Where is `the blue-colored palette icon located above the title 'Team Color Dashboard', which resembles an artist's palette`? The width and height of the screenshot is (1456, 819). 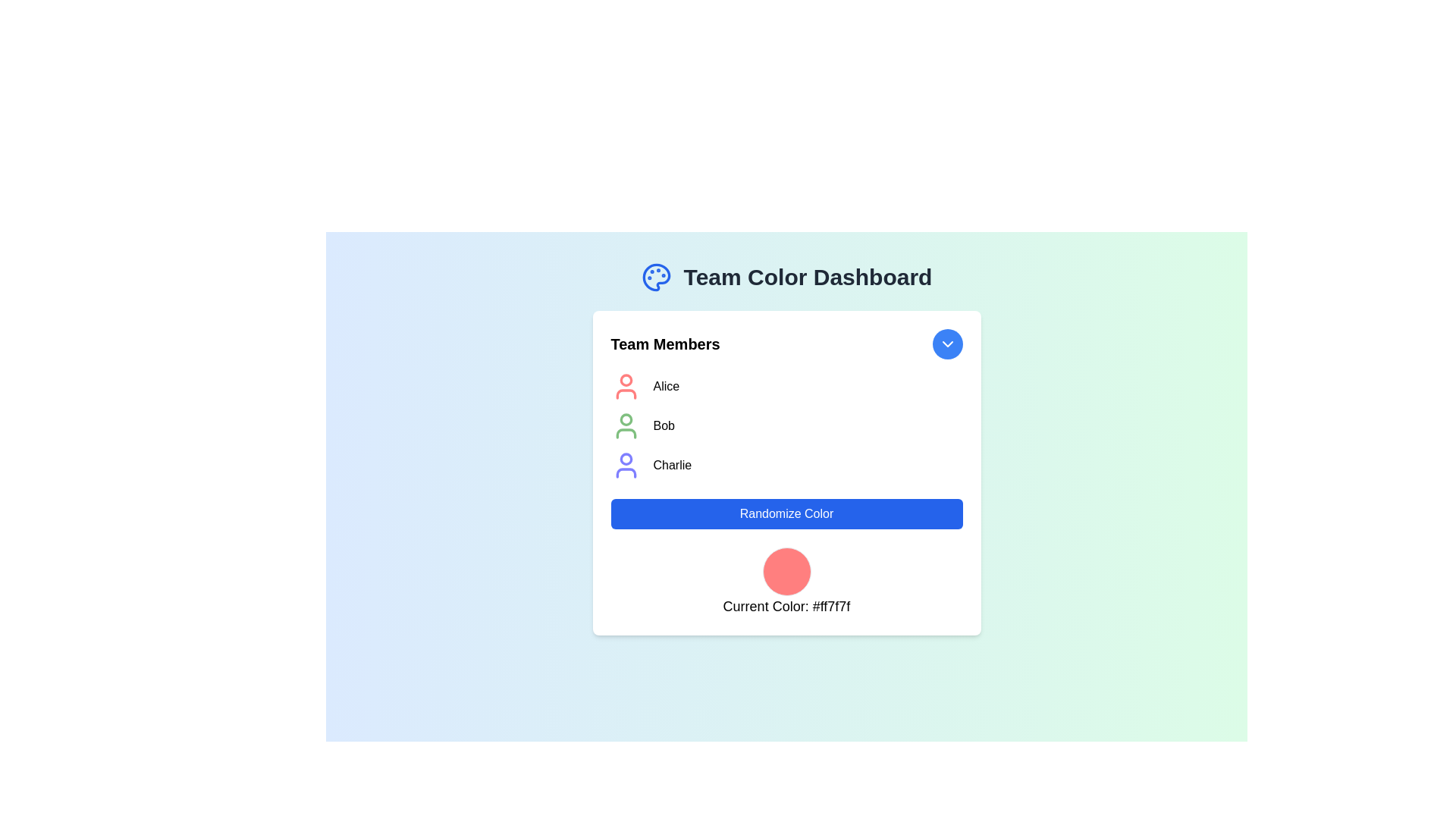 the blue-colored palette icon located above the title 'Team Color Dashboard', which resembles an artist's palette is located at coordinates (656, 278).